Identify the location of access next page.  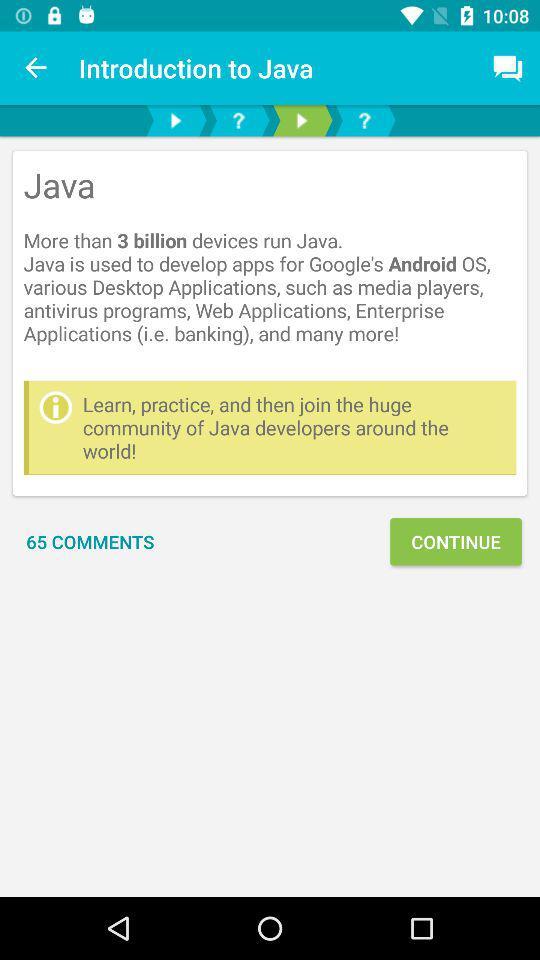
(175, 120).